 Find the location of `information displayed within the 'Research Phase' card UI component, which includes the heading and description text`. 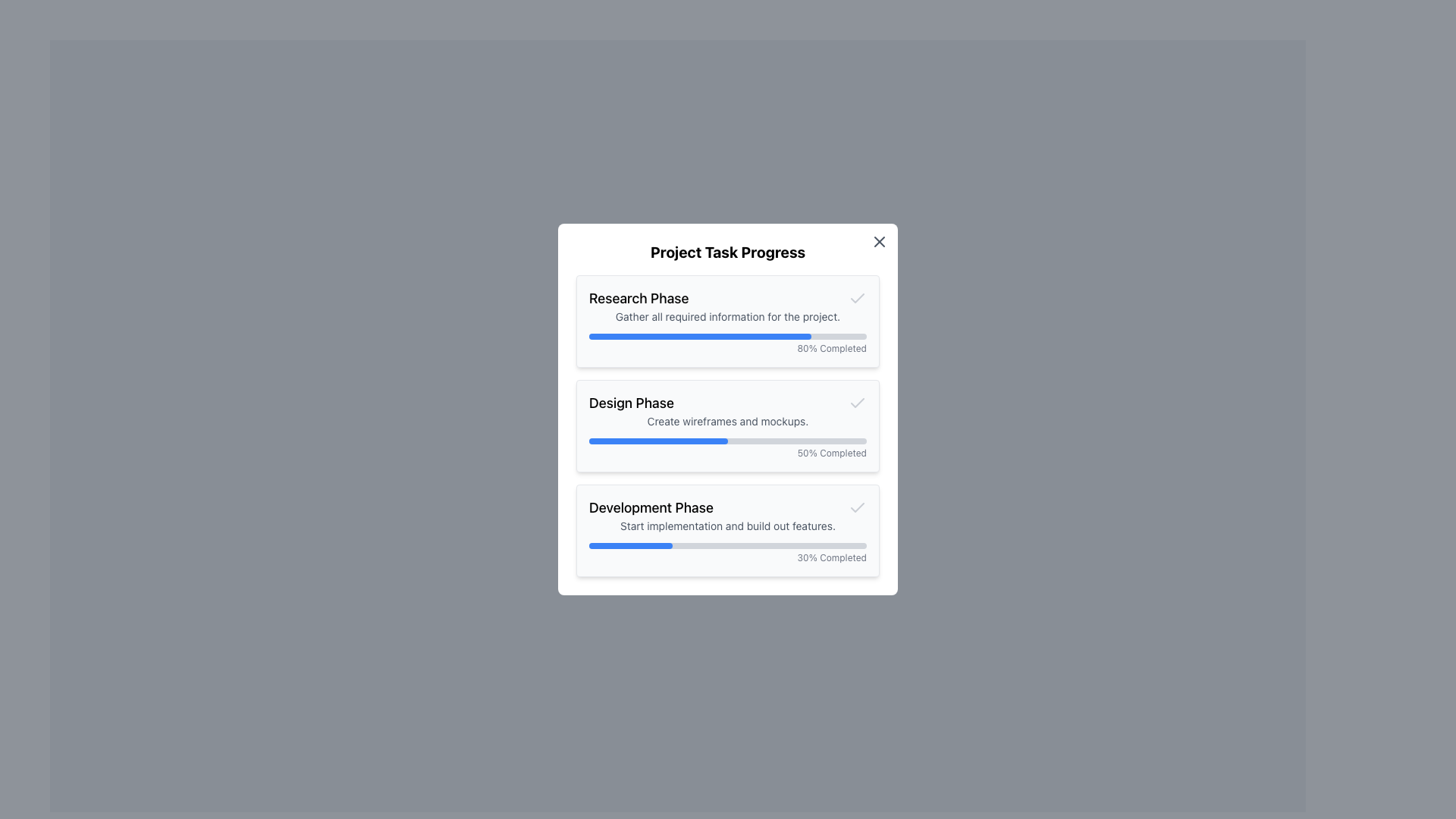

information displayed within the 'Research Phase' card UI component, which includes the heading and description text is located at coordinates (728, 321).